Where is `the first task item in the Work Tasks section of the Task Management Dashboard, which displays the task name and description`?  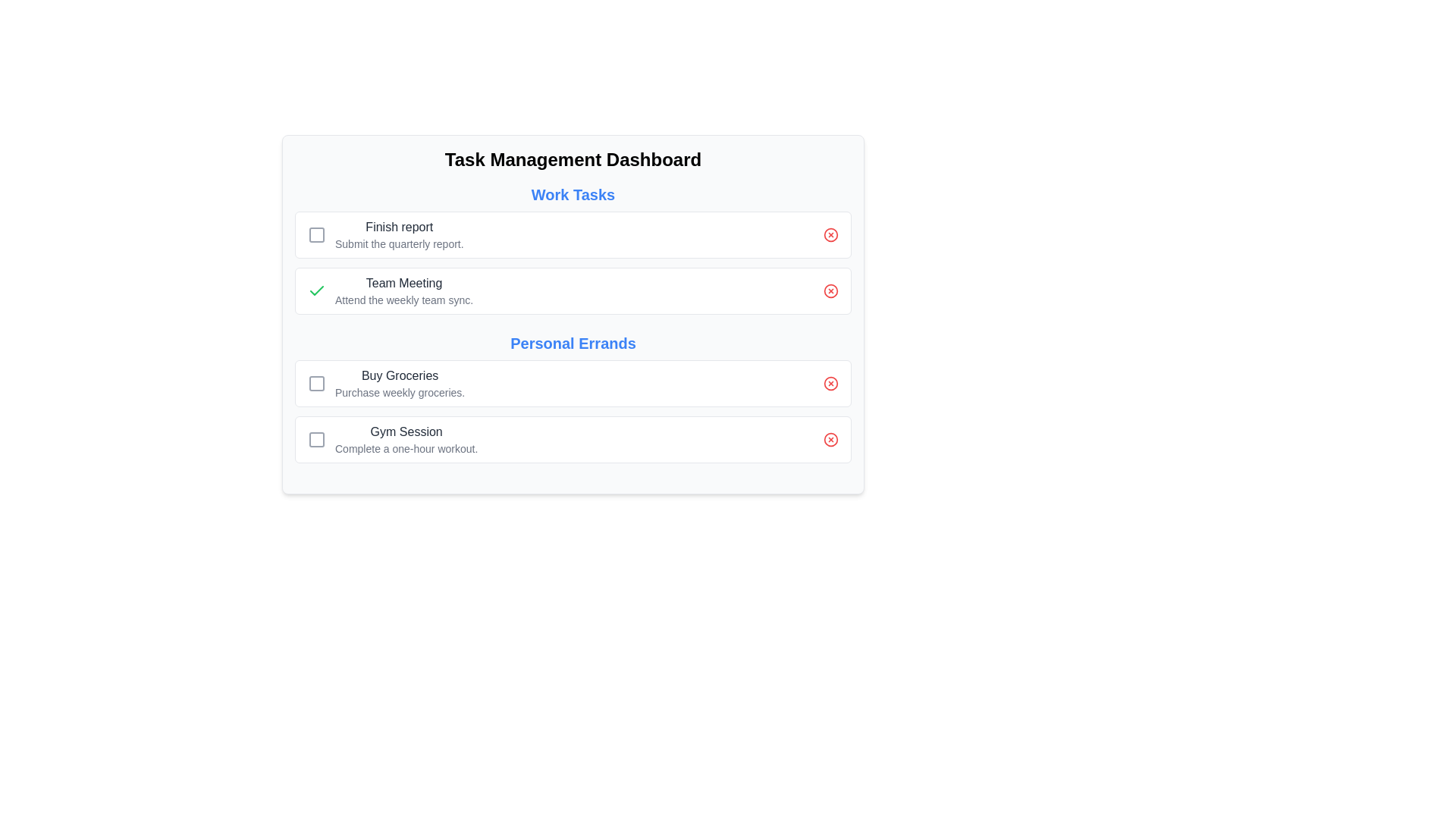
the first task item in the Work Tasks section of the Task Management Dashboard, which displays the task name and description is located at coordinates (399, 234).